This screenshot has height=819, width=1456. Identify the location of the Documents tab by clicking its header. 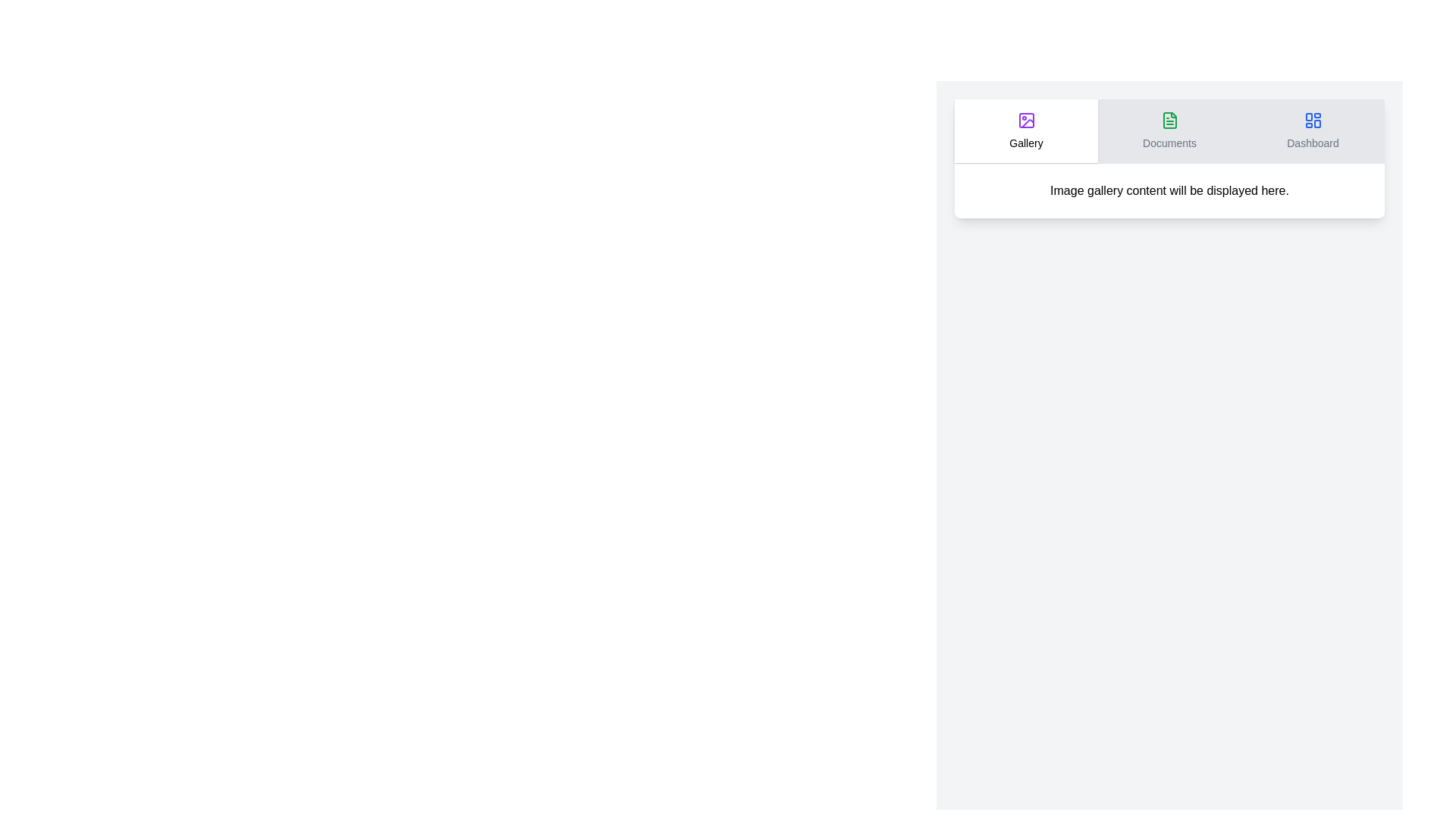
(1169, 130).